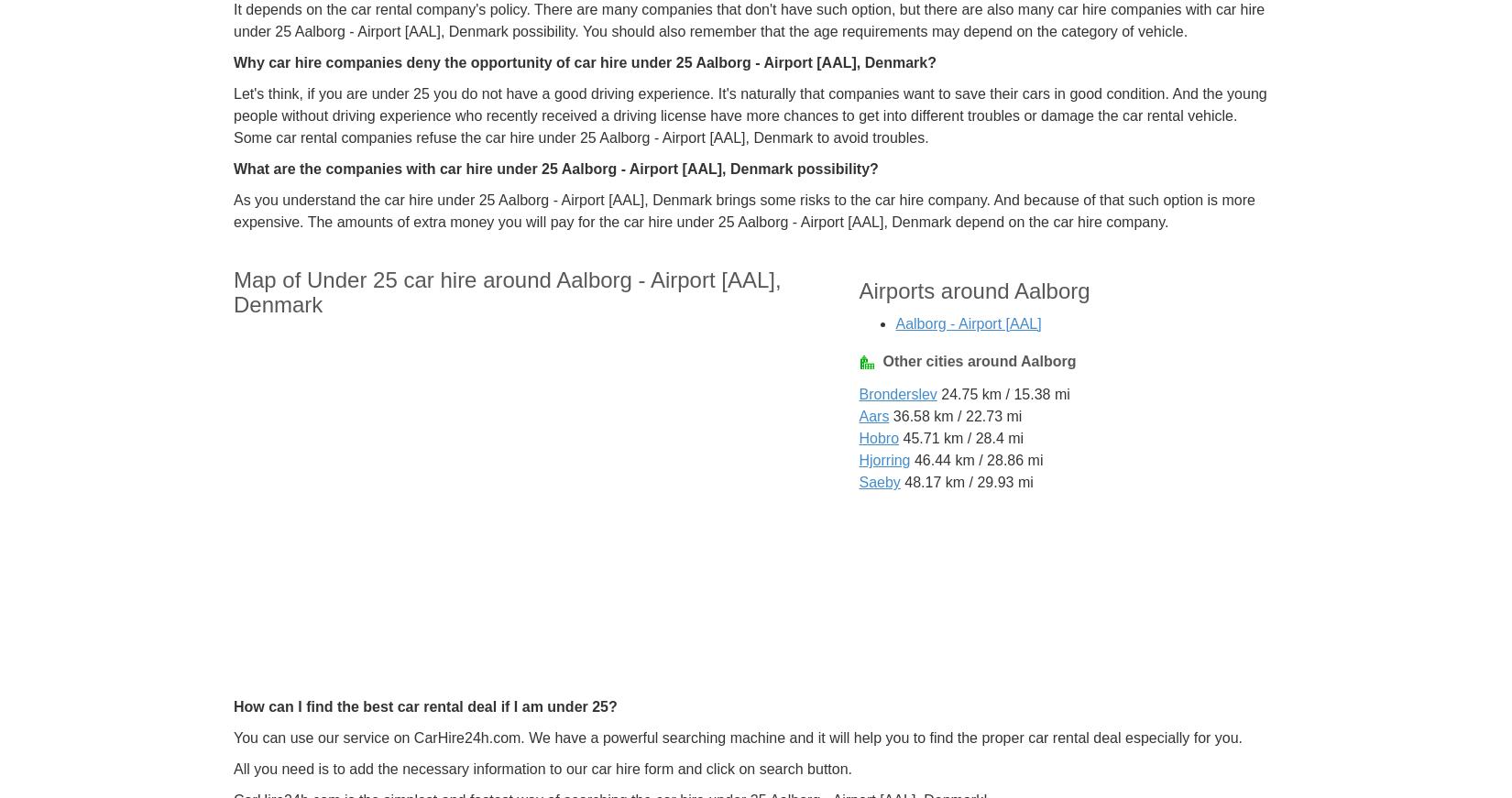 The width and height of the screenshot is (1512, 798). Describe the element at coordinates (233, 19) in the screenshot. I see `'It depends on the car rental company's policy. There are many companies that don't have such option, but there are also many car hire companies with car hire under 25 Aalborg - Airport [AAL], Denmark possibility. You should also remember that the age requirements may depend on the category of vehicle.'` at that location.